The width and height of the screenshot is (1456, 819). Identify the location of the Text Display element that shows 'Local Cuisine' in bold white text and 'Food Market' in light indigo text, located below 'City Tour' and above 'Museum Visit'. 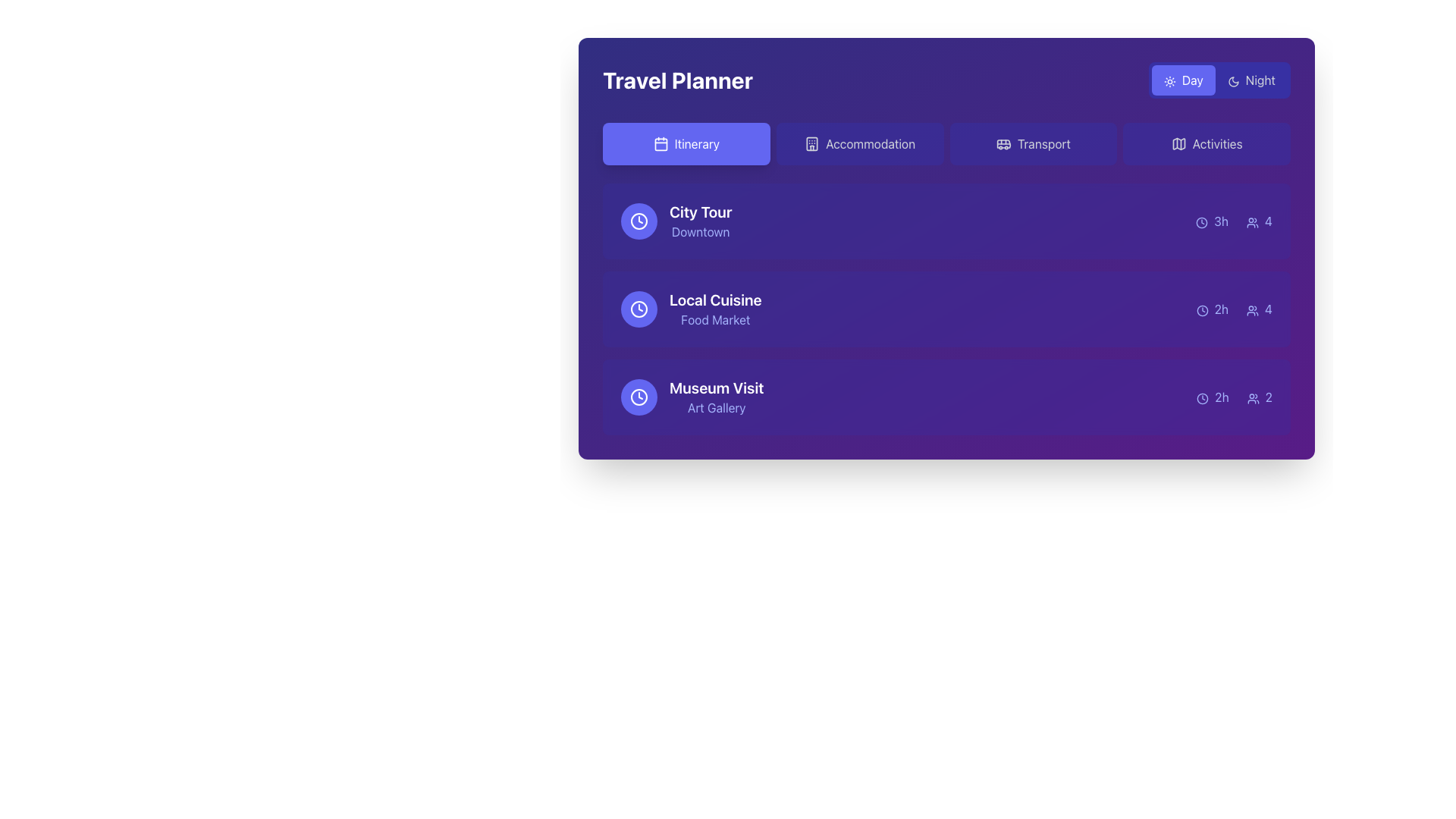
(714, 309).